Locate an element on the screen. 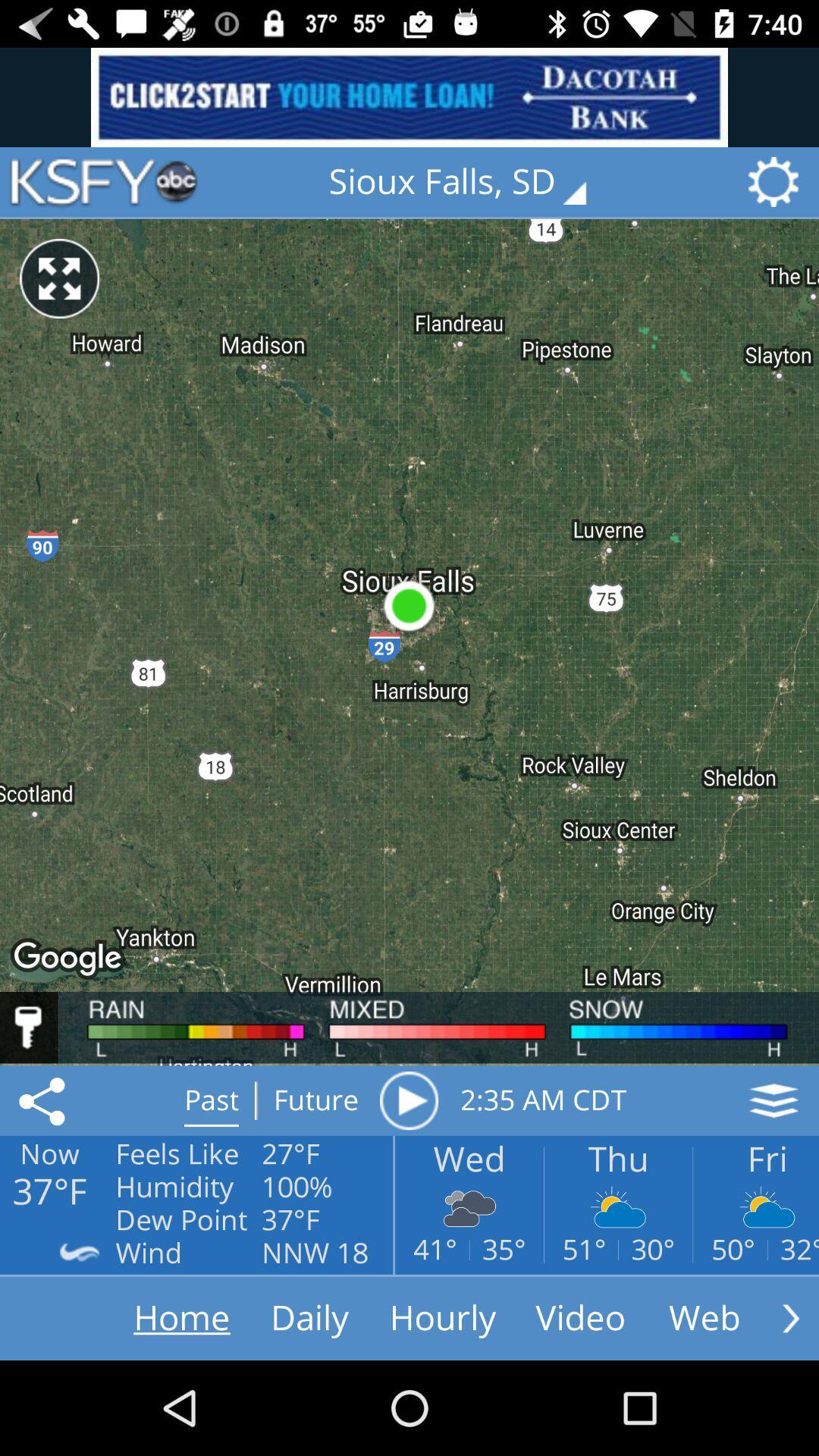  the share icon is located at coordinates (44, 1100).